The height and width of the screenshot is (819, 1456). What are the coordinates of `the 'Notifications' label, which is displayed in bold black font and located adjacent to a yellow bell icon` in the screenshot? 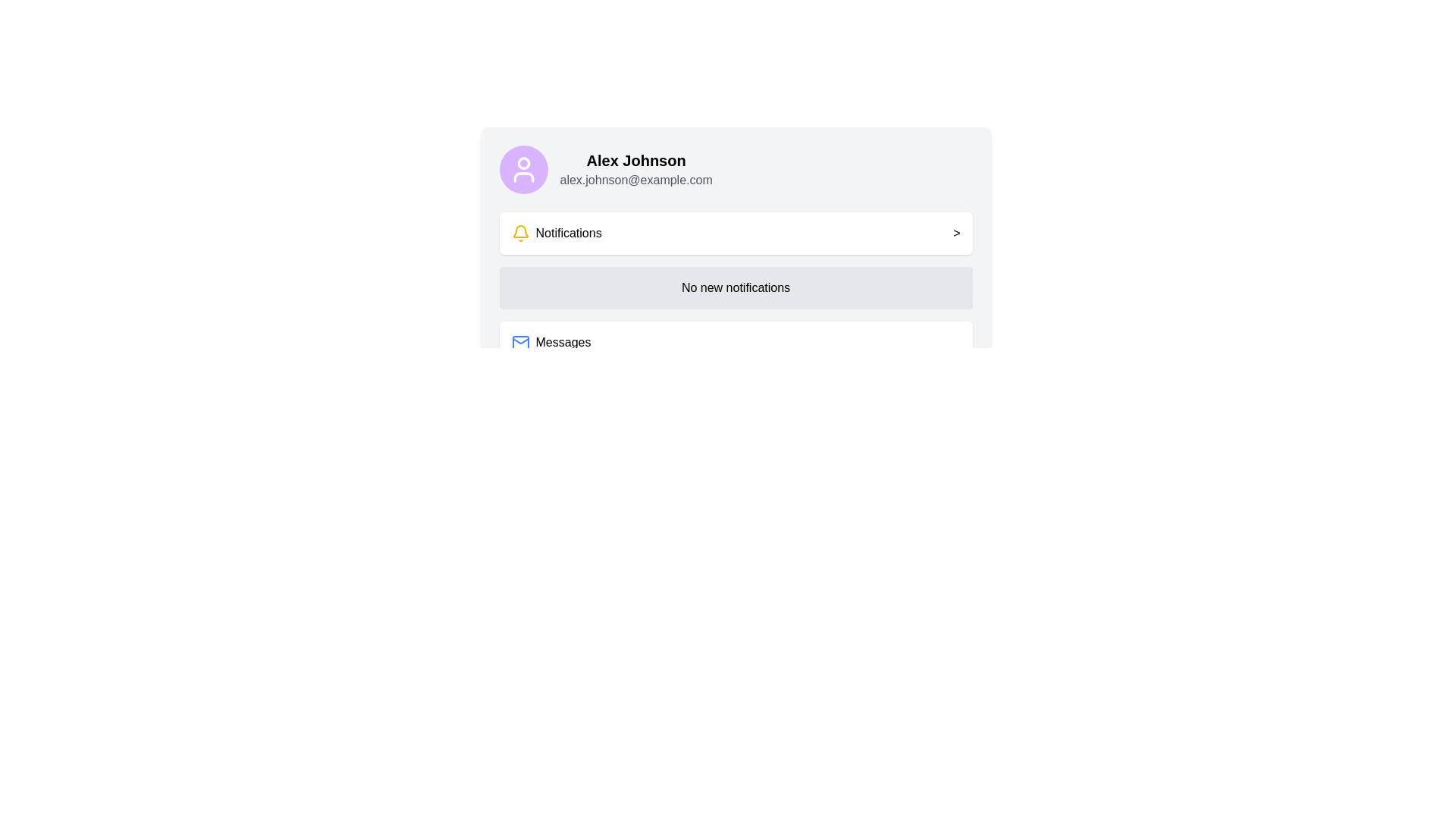 It's located at (568, 234).